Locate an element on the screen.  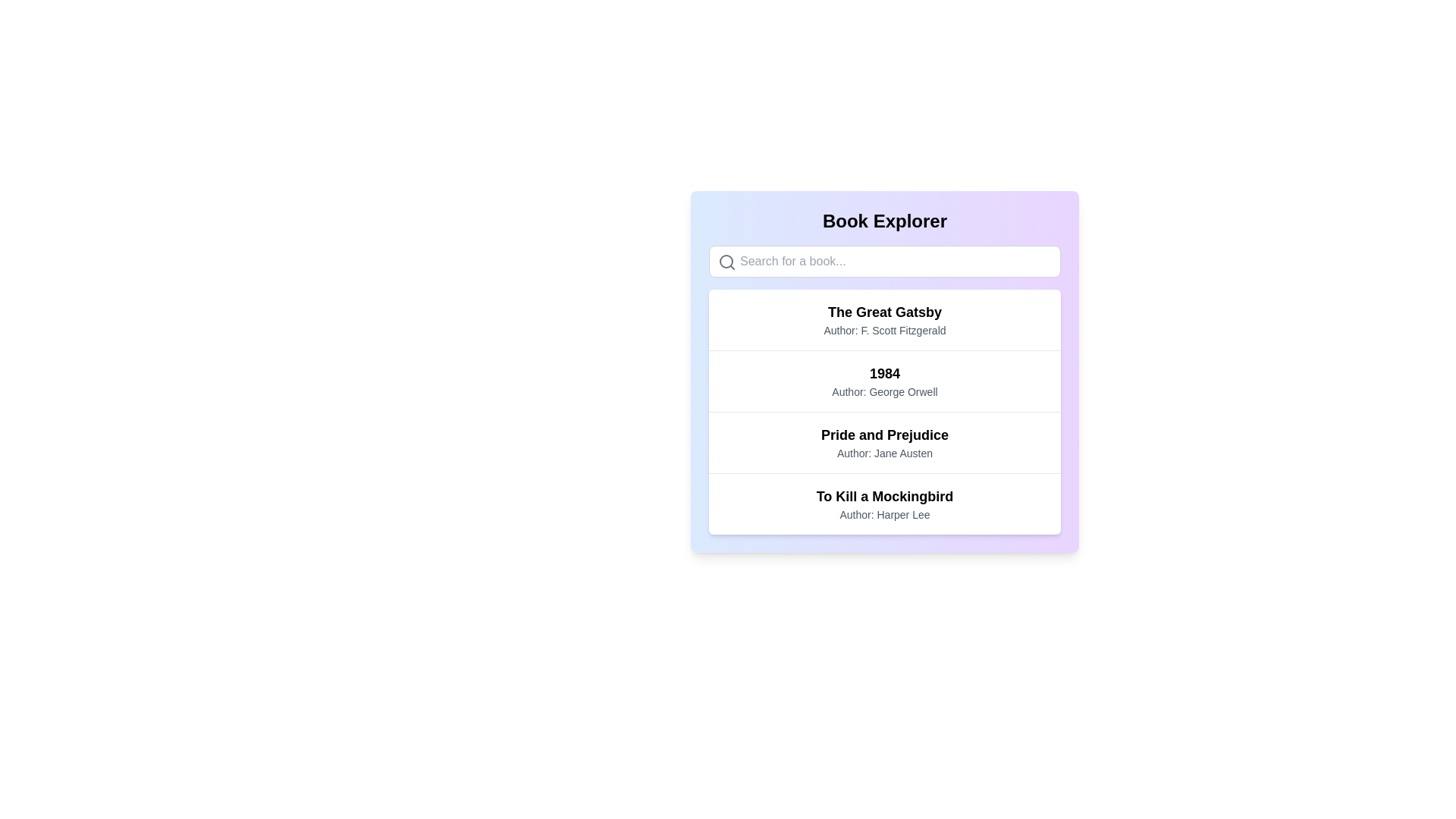
the Text Label displaying 'Pride and Prejudice', which is styled with a bold and larger font size, positioned at the top of the card layout is located at coordinates (884, 435).